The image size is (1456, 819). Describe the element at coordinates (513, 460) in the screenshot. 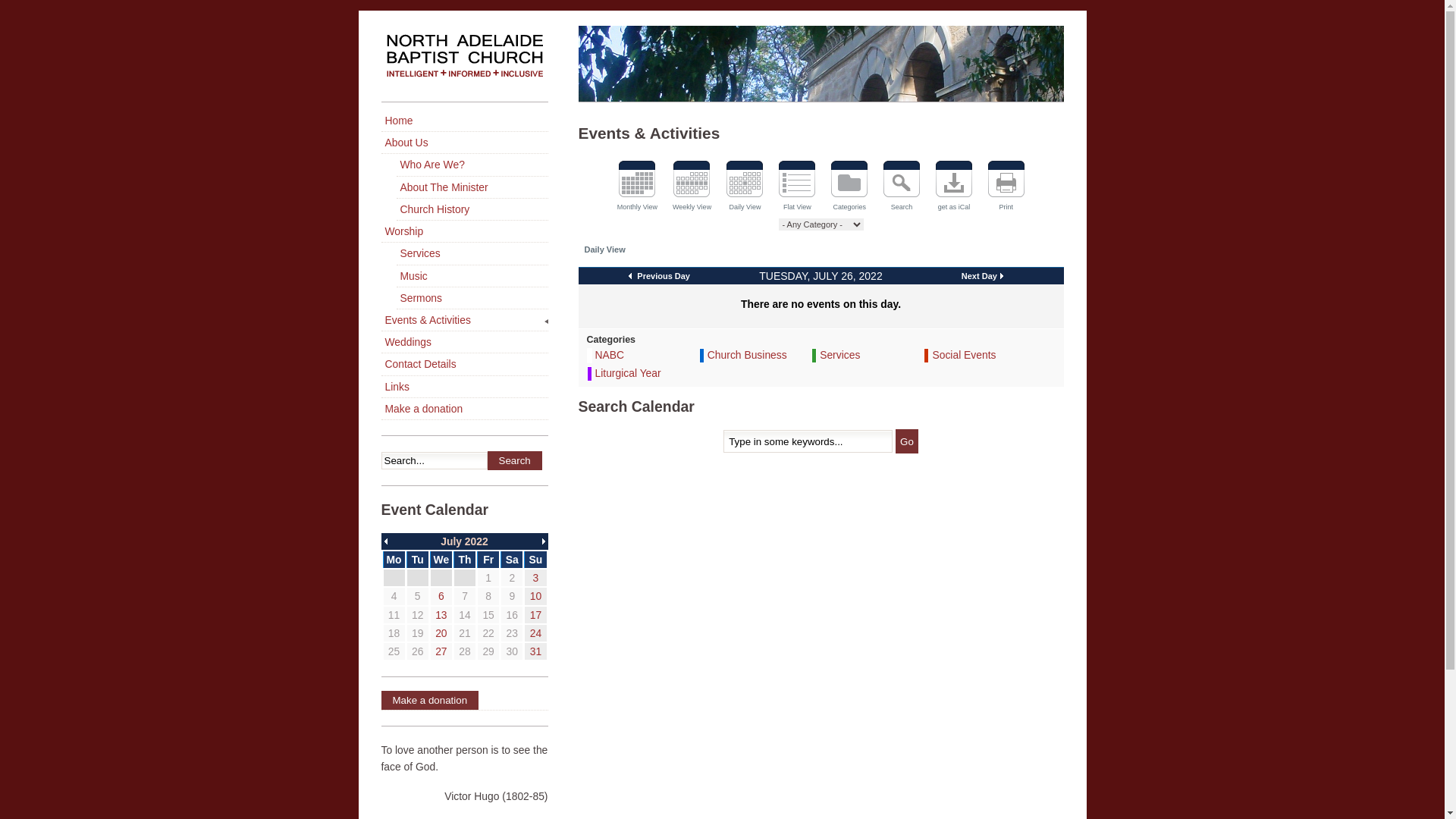

I see `'Search'` at that location.